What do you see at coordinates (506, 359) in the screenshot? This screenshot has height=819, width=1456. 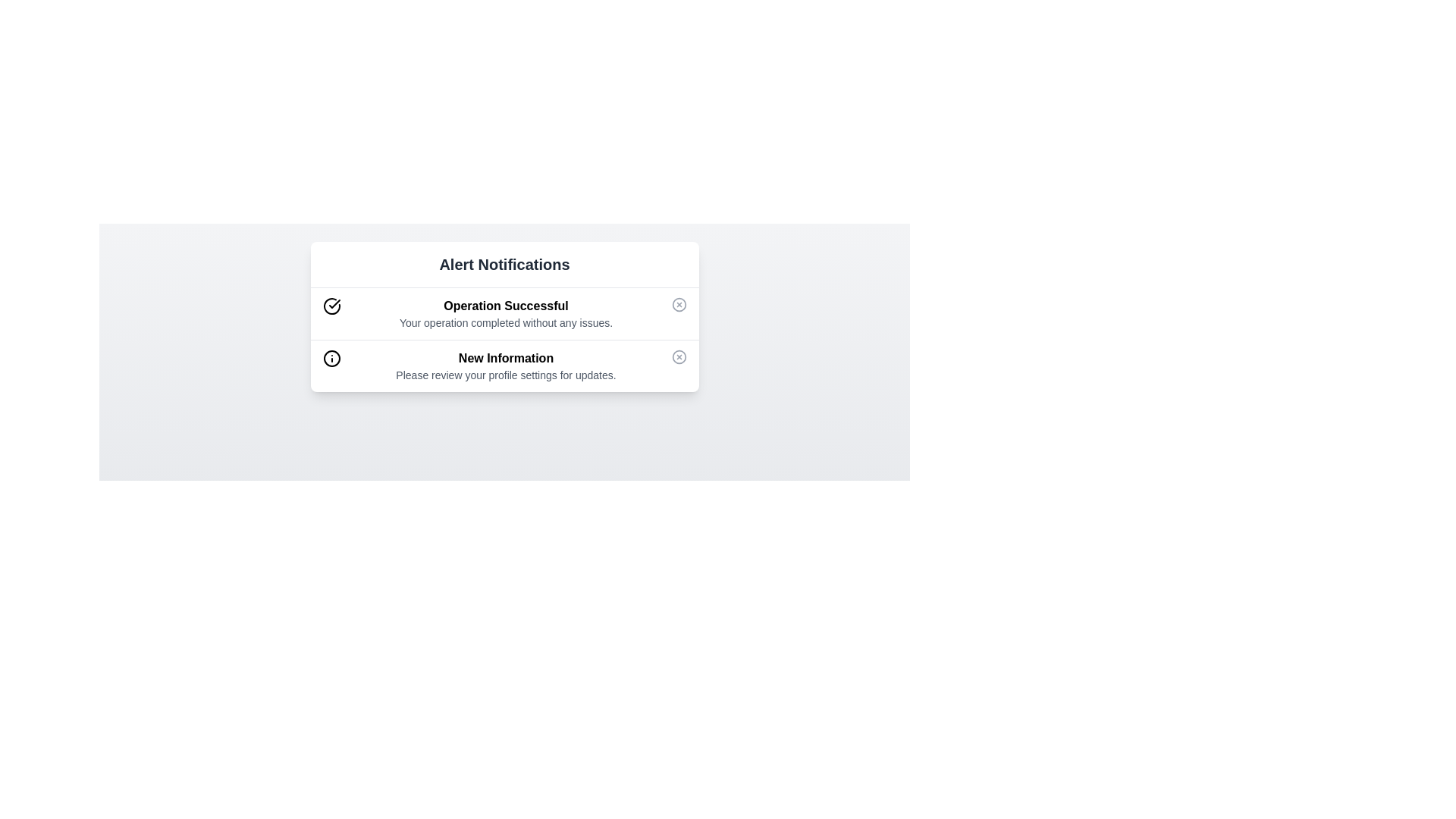 I see `text label that presents brief headline information within the 'Alert Notifications' panel, located beneath the 'Operation Successful' notification item` at bounding box center [506, 359].